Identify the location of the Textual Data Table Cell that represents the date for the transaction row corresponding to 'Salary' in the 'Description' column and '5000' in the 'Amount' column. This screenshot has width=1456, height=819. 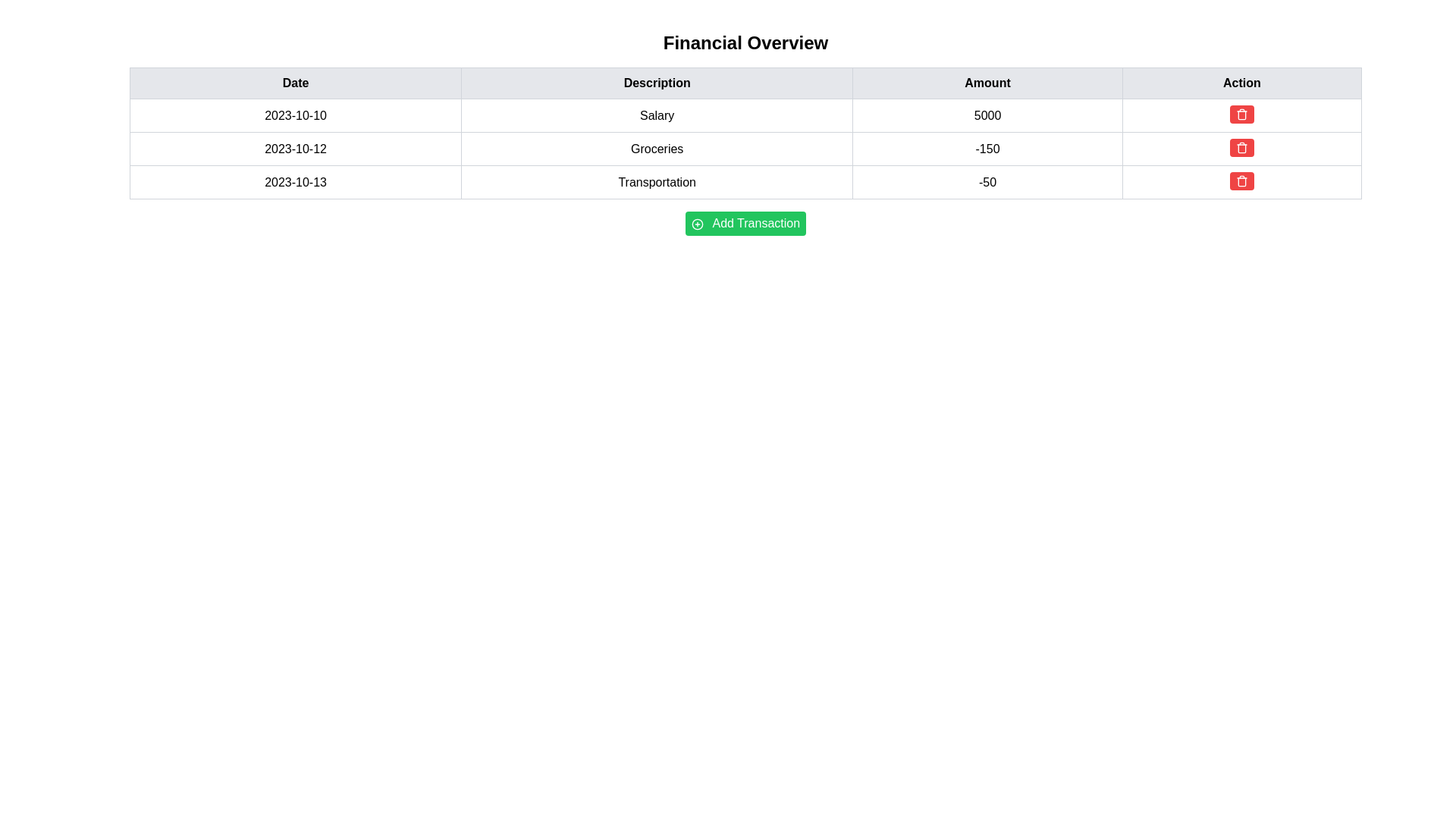
(296, 115).